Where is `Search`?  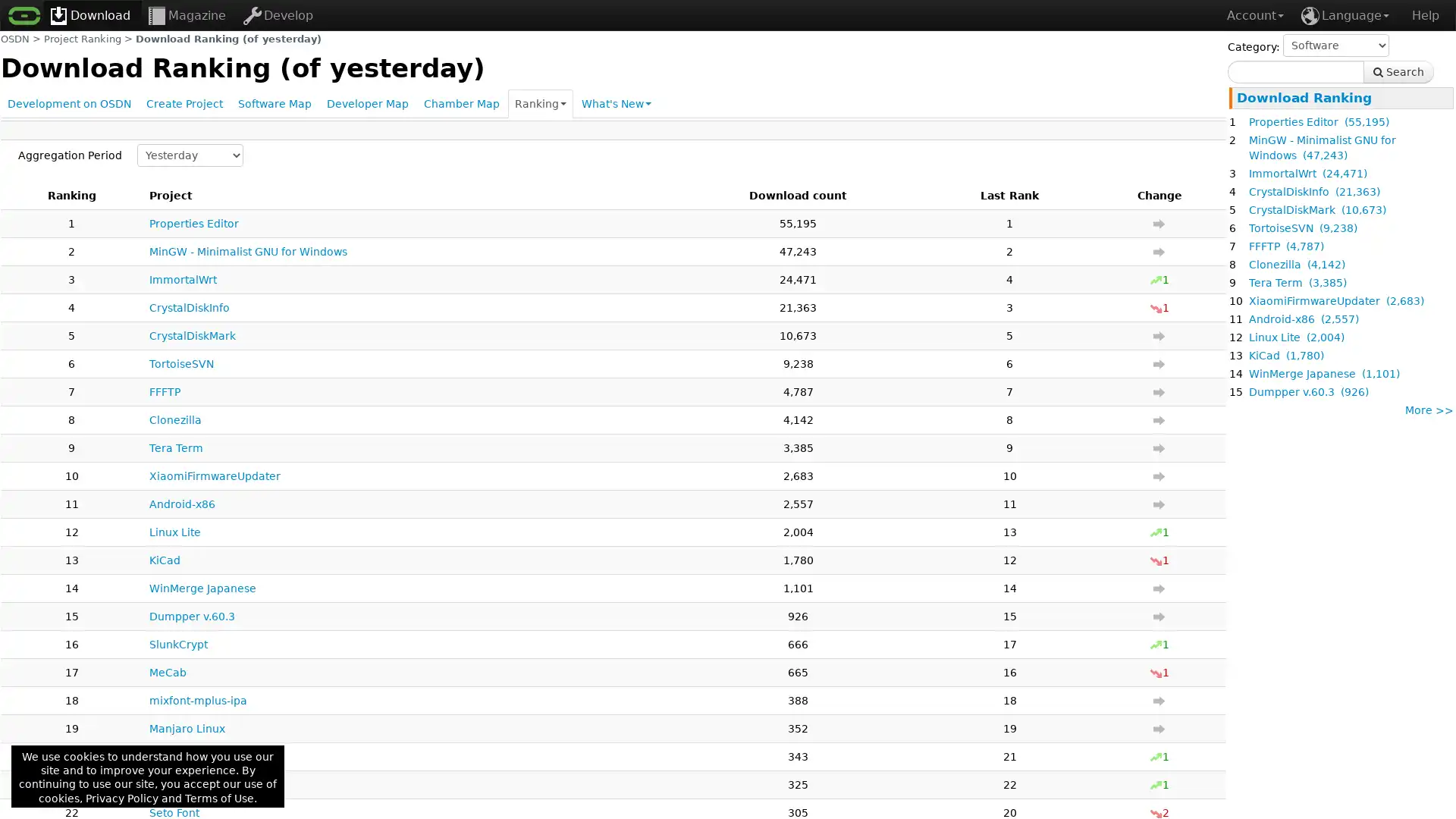
Search is located at coordinates (1398, 72).